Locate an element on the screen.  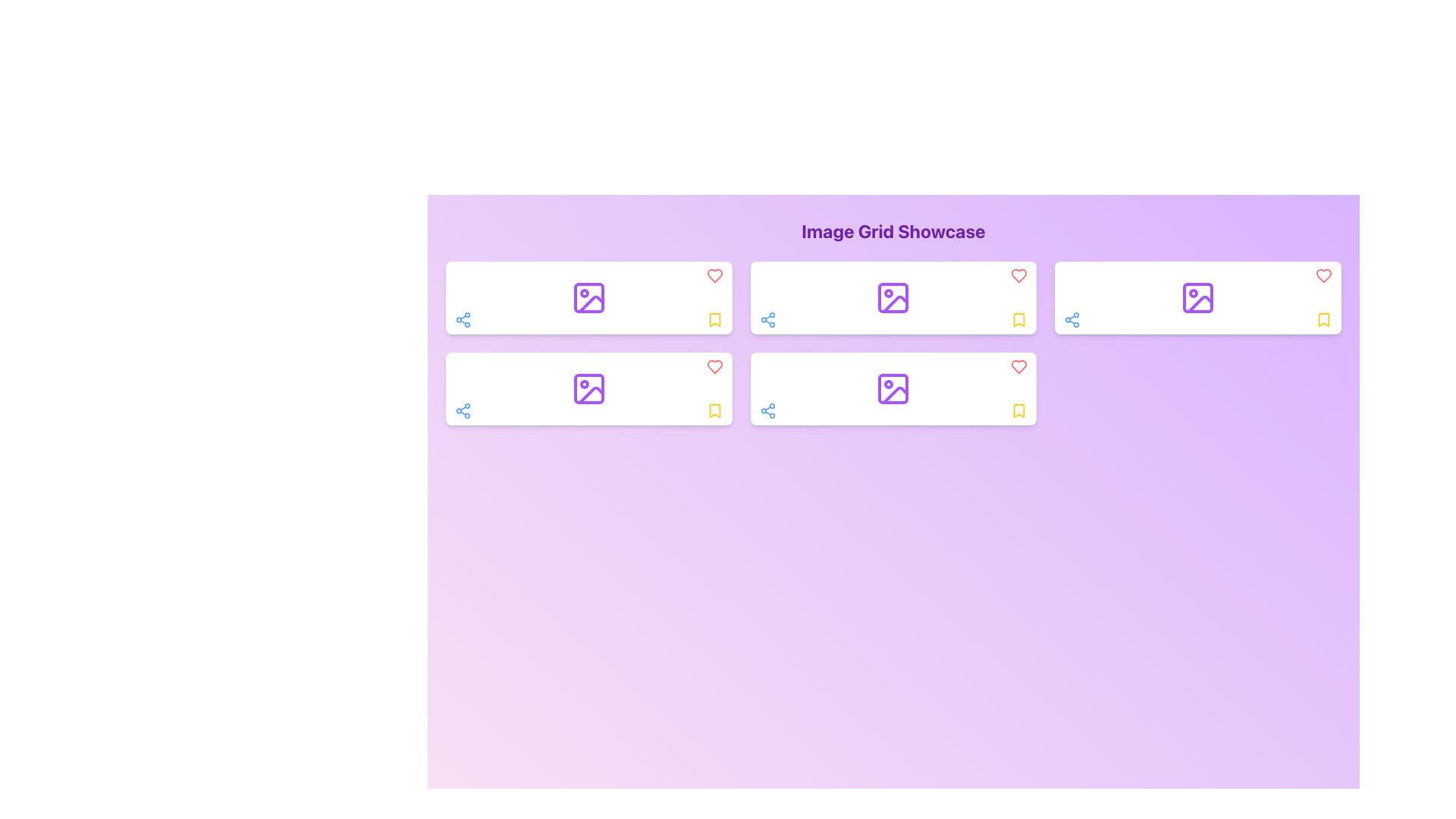
the title labeled 'Image Grid Showcase', which is displayed prominently in bold, large purple font at the top-center of the page is located at coordinates (893, 231).